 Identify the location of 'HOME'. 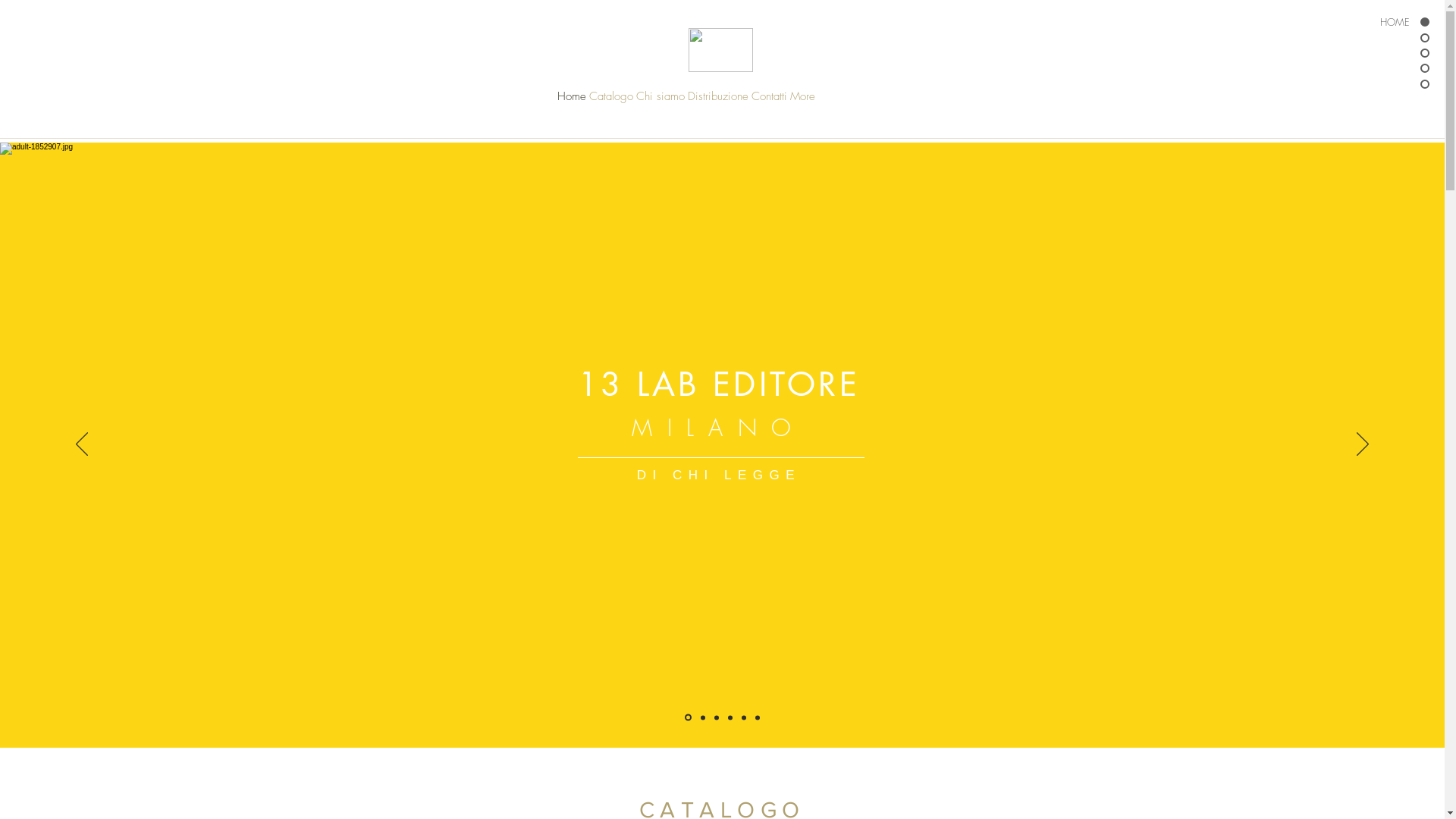
(1380, 22).